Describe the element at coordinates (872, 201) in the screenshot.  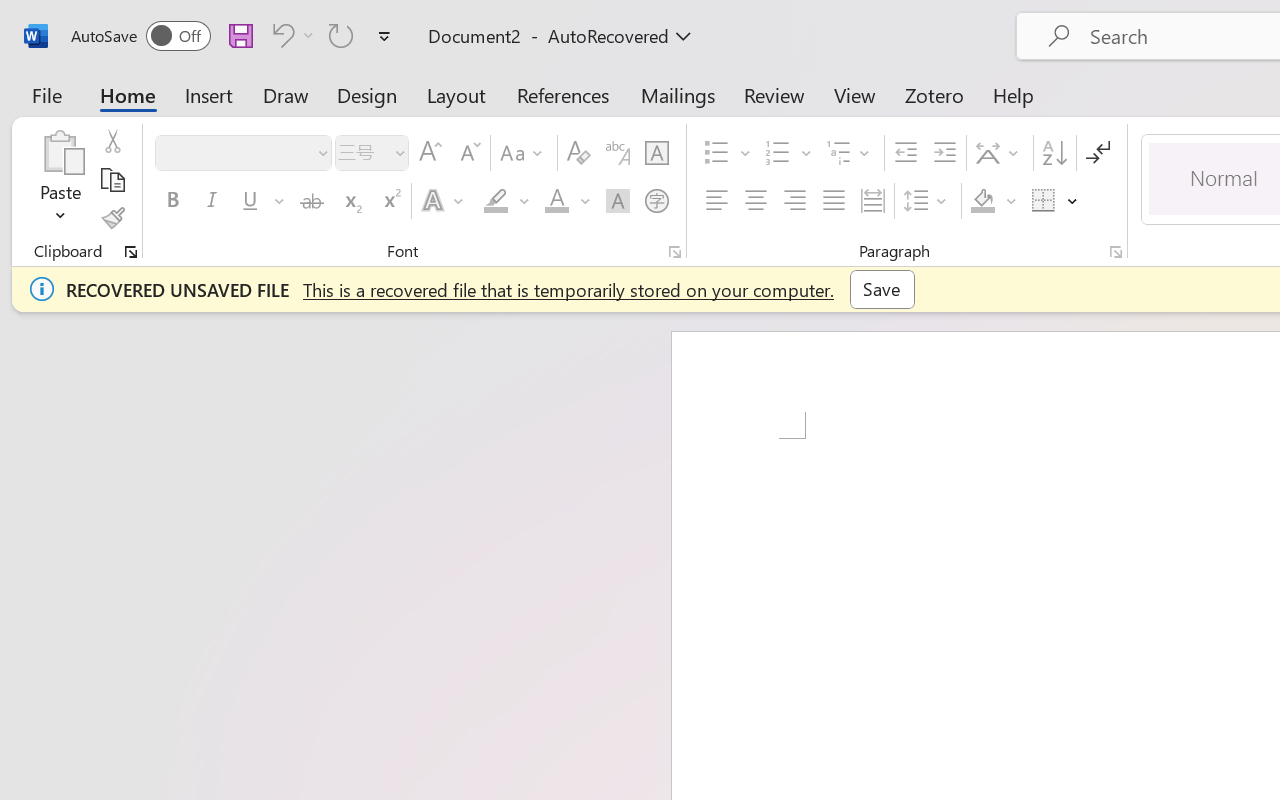
I see `'Distributed'` at that location.